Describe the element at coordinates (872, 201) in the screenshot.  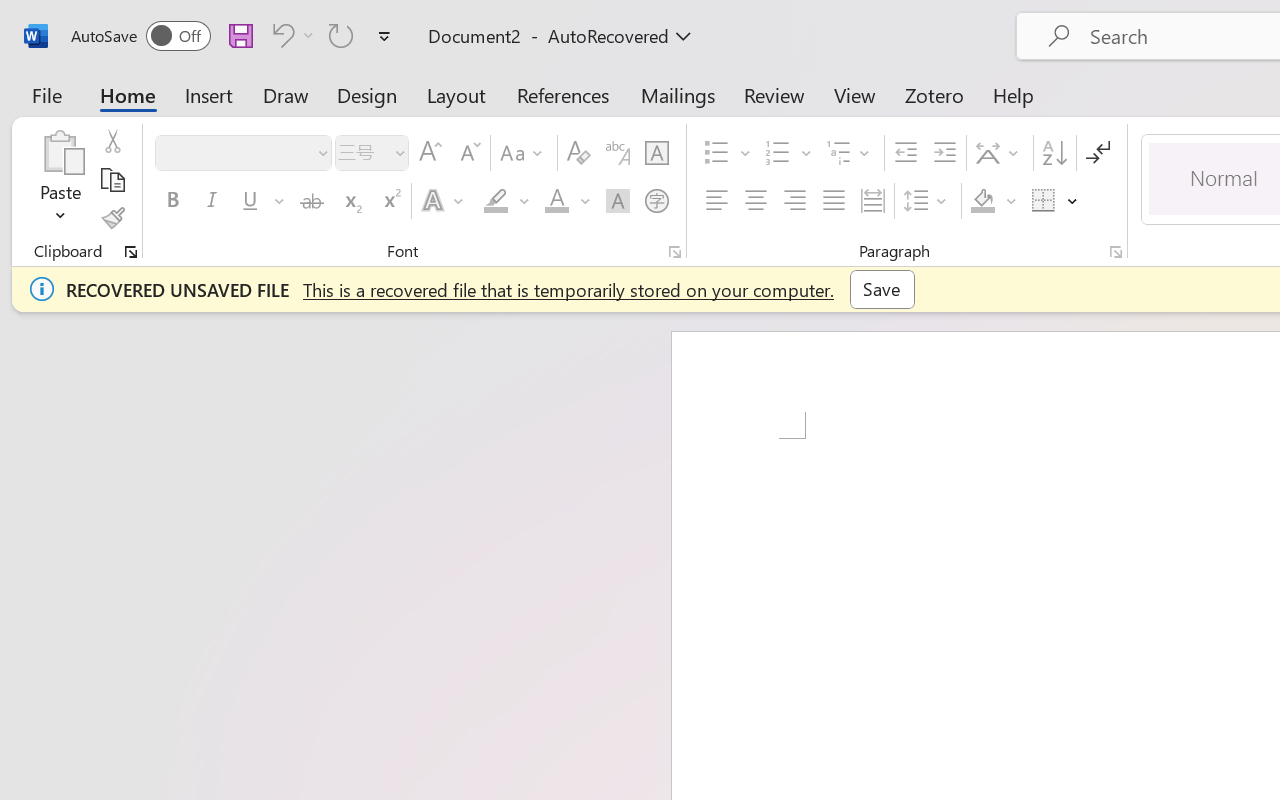
I see `'Distributed'` at that location.